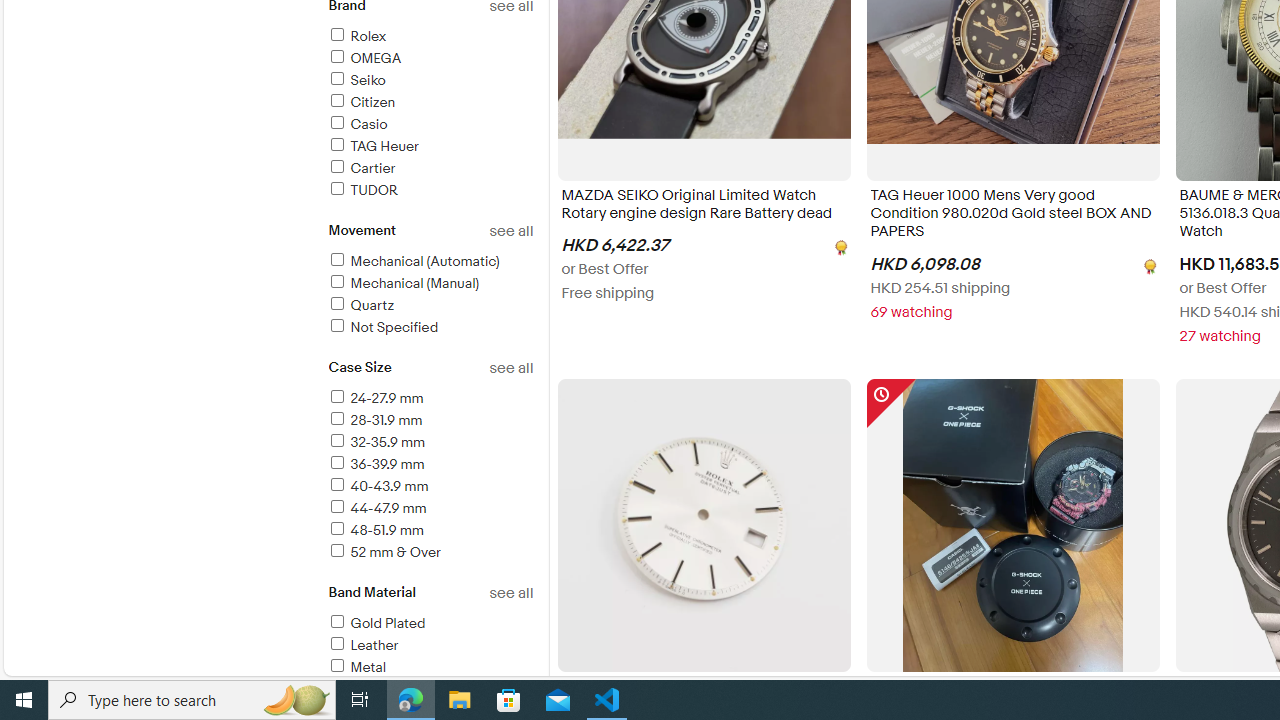 This screenshot has height=720, width=1280. I want to click on '44-47.9 mm', so click(429, 508).